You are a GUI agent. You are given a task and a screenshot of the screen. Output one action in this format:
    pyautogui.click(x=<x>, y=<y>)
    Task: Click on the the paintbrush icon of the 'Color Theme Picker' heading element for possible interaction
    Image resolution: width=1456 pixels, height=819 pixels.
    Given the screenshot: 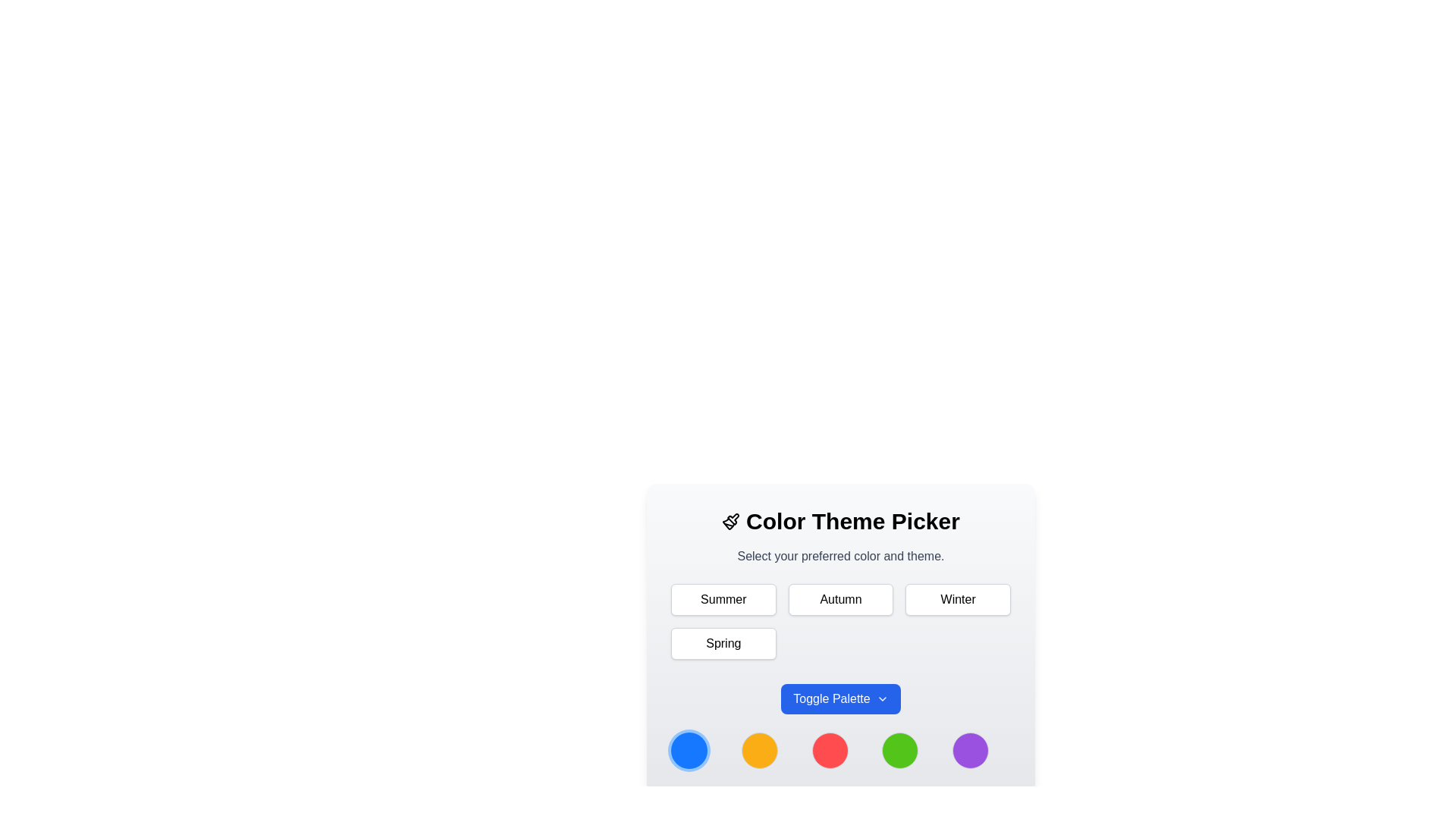 What is the action you would take?
    pyautogui.click(x=839, y=520)
    